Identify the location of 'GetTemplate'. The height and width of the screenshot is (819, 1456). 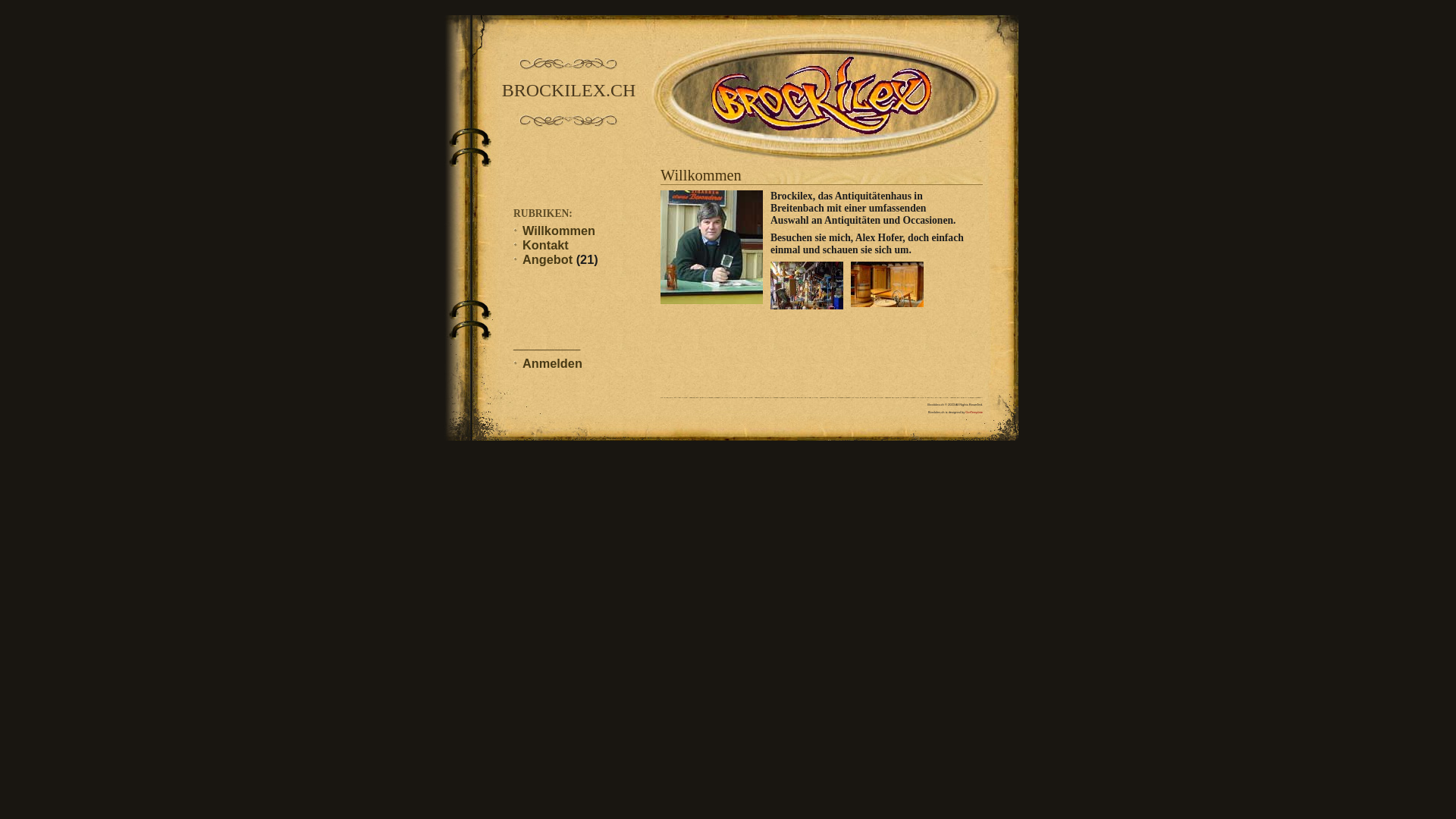
(974, 412).